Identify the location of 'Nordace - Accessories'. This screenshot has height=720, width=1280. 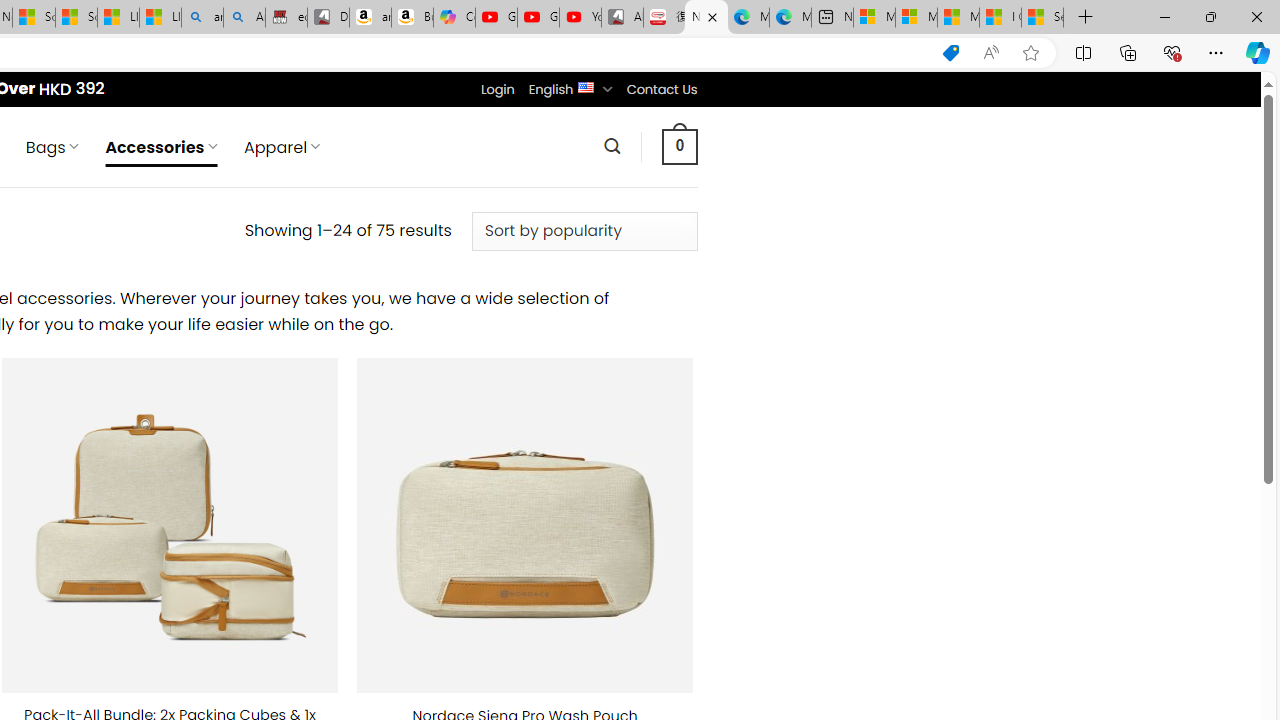
(706, 17).